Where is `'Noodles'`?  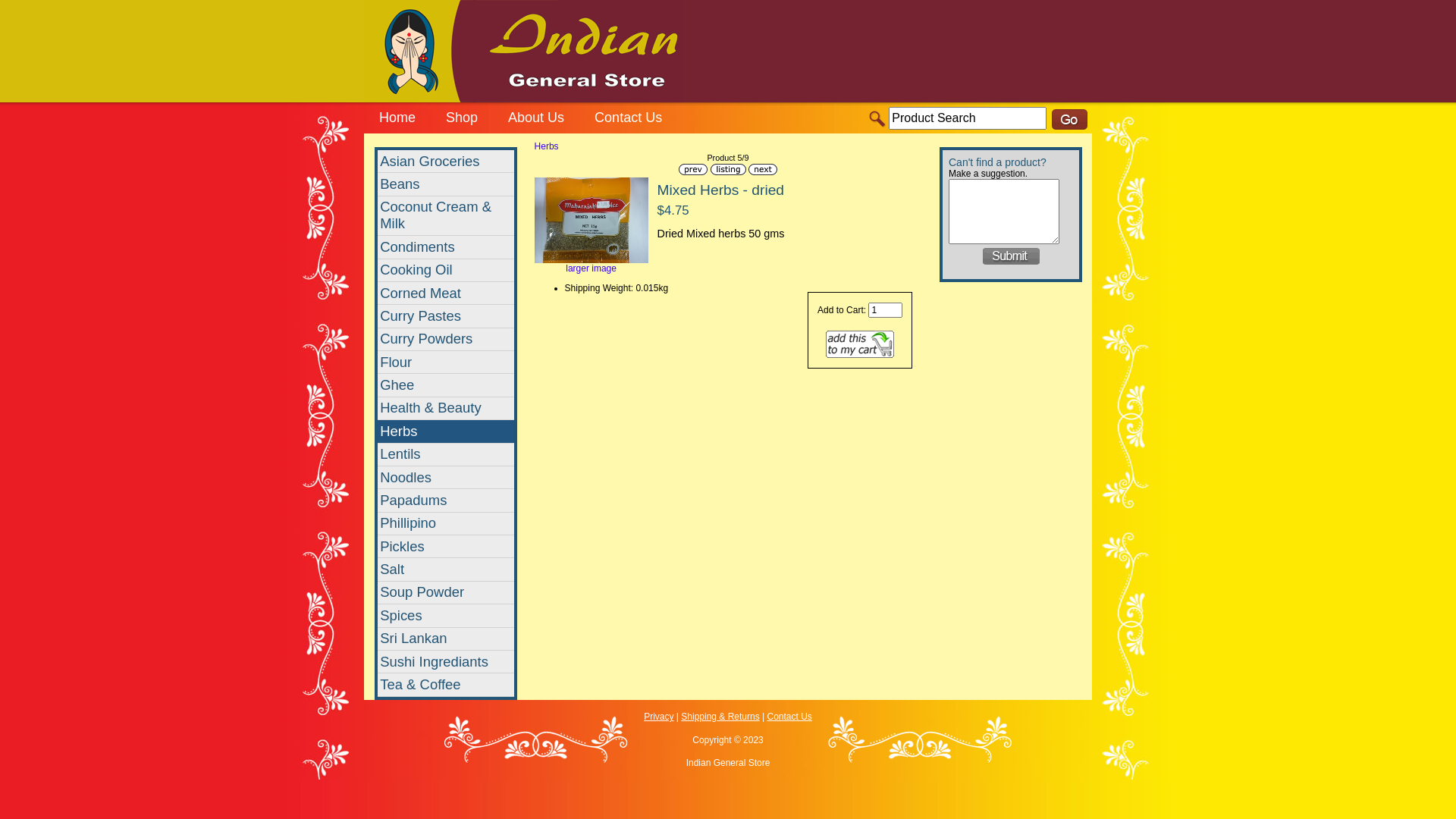
'Noodles' is located at coordinates (445, 476).